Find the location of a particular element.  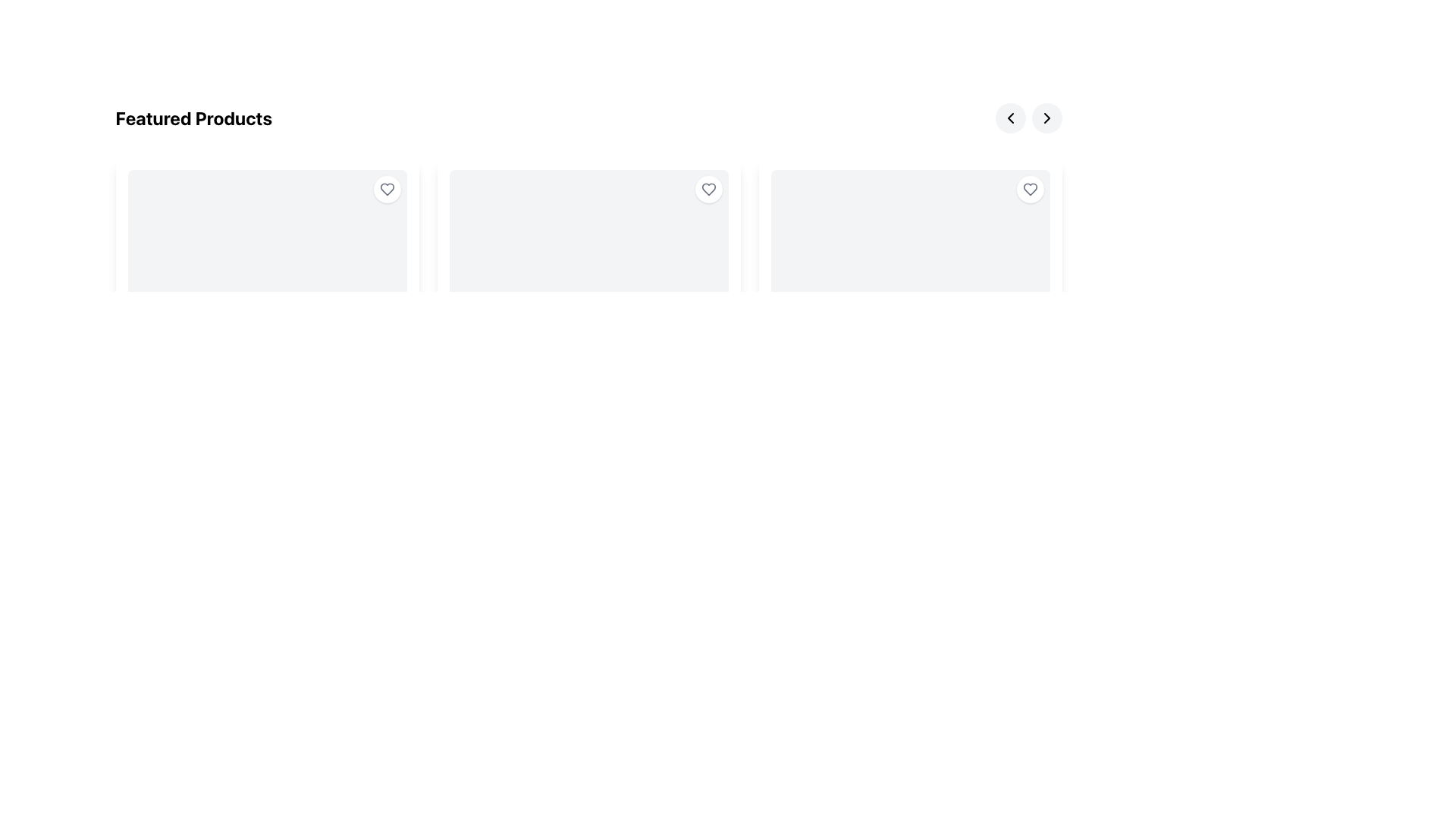

the circular button with a heart icon is located at coordinates (1030, 189).